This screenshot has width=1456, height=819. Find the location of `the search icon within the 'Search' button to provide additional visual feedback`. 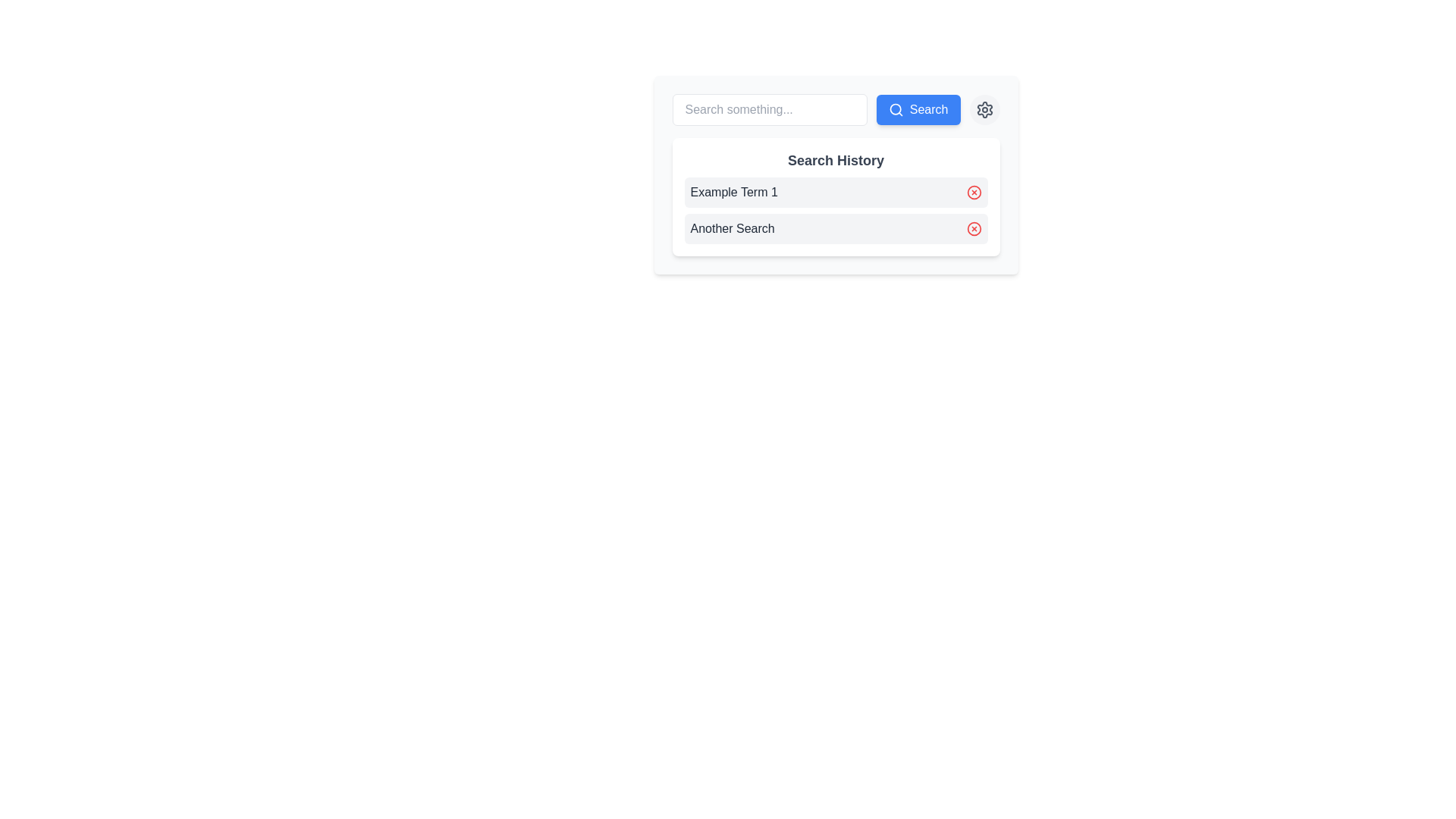

the search icon within the 'Search' button to provide additional visual feedback is located at coordinates (896, 109).